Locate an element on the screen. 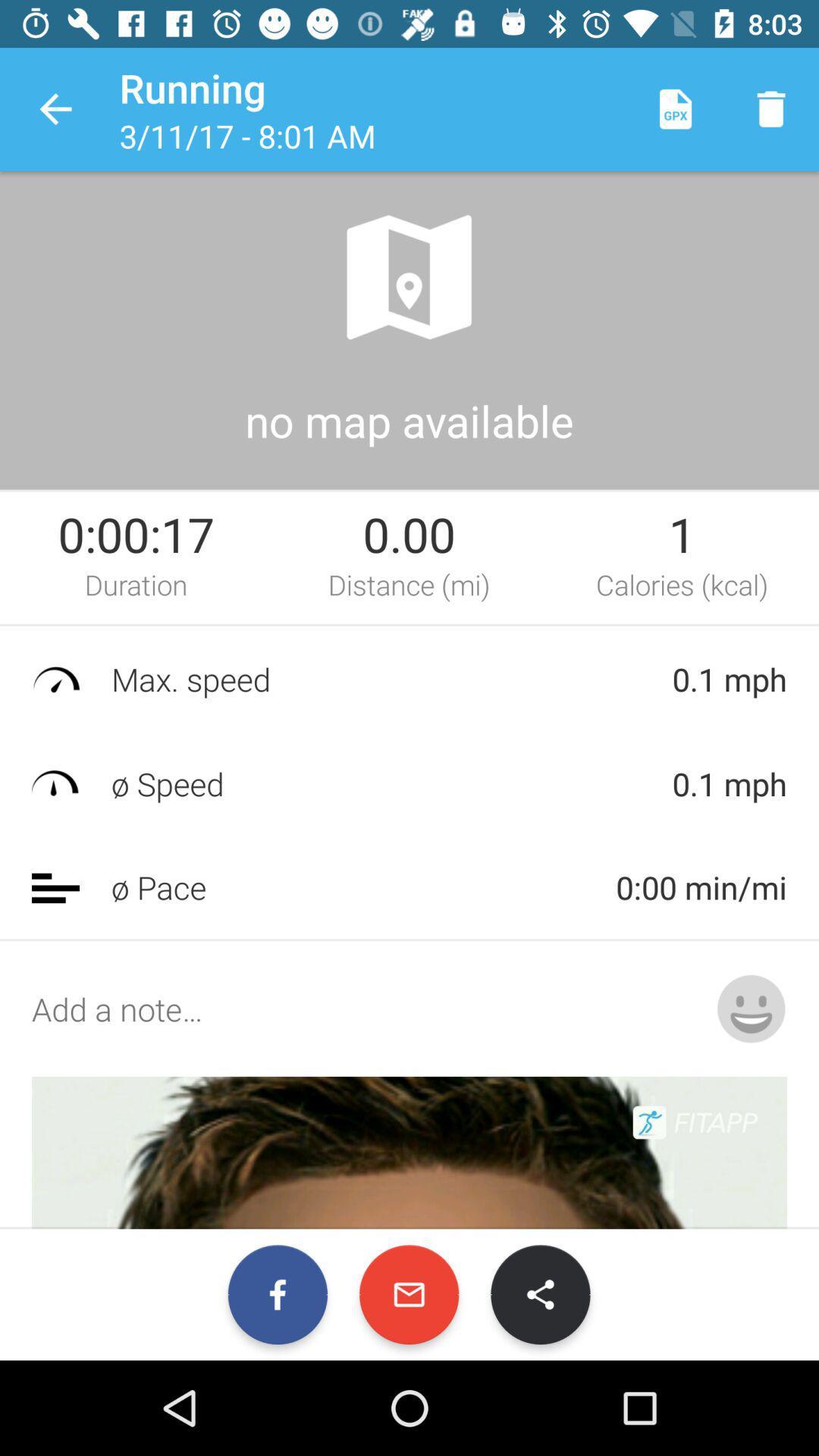  the email icon is located at coordinates (408, 1294).